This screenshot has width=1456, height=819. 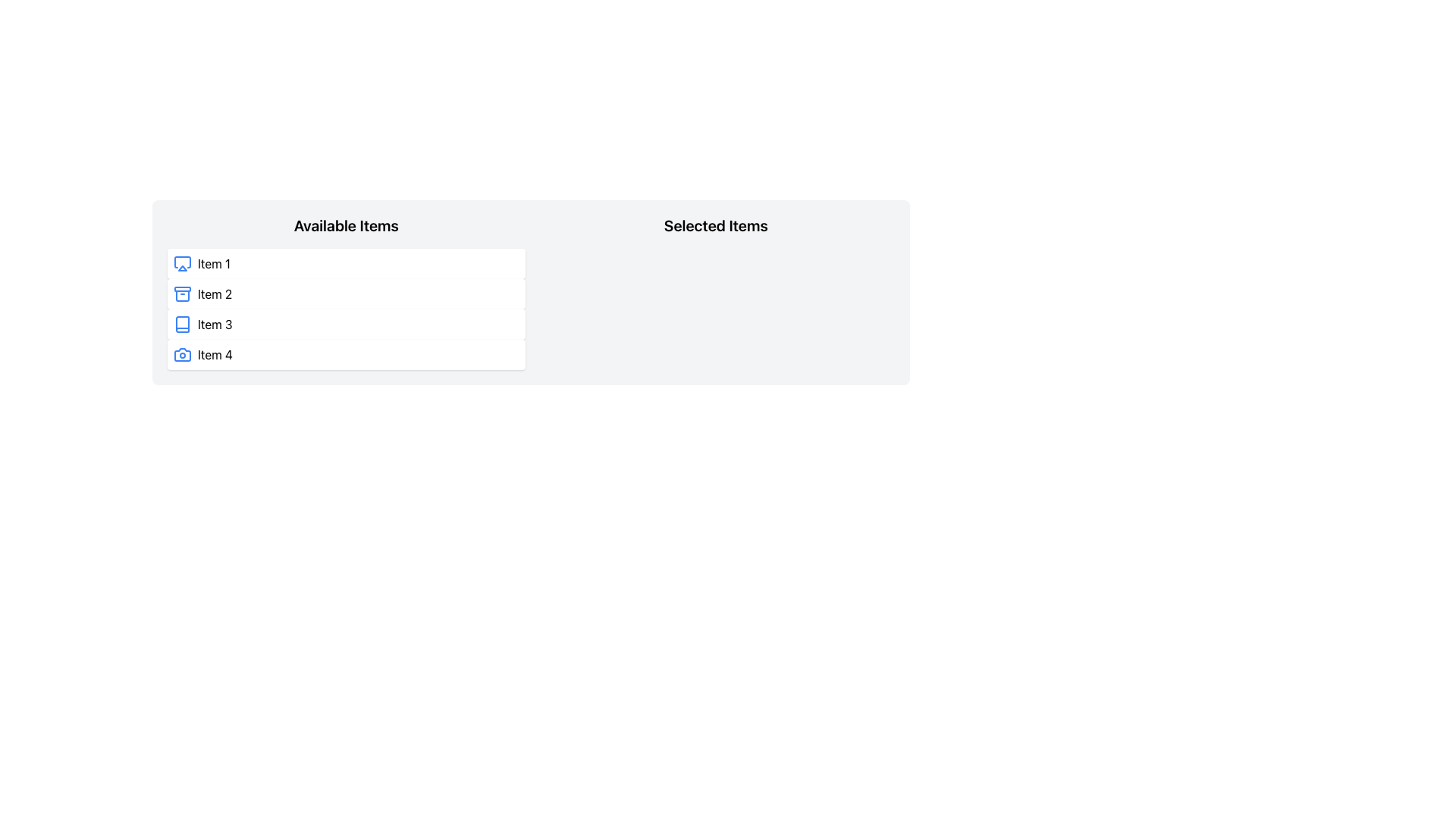 What do you see at coordinates (182, 324) in the screenshot?
I see `the book/document icon associated with 'Item 3' in the 'Available Items' list` at bounding box center [182, 324].